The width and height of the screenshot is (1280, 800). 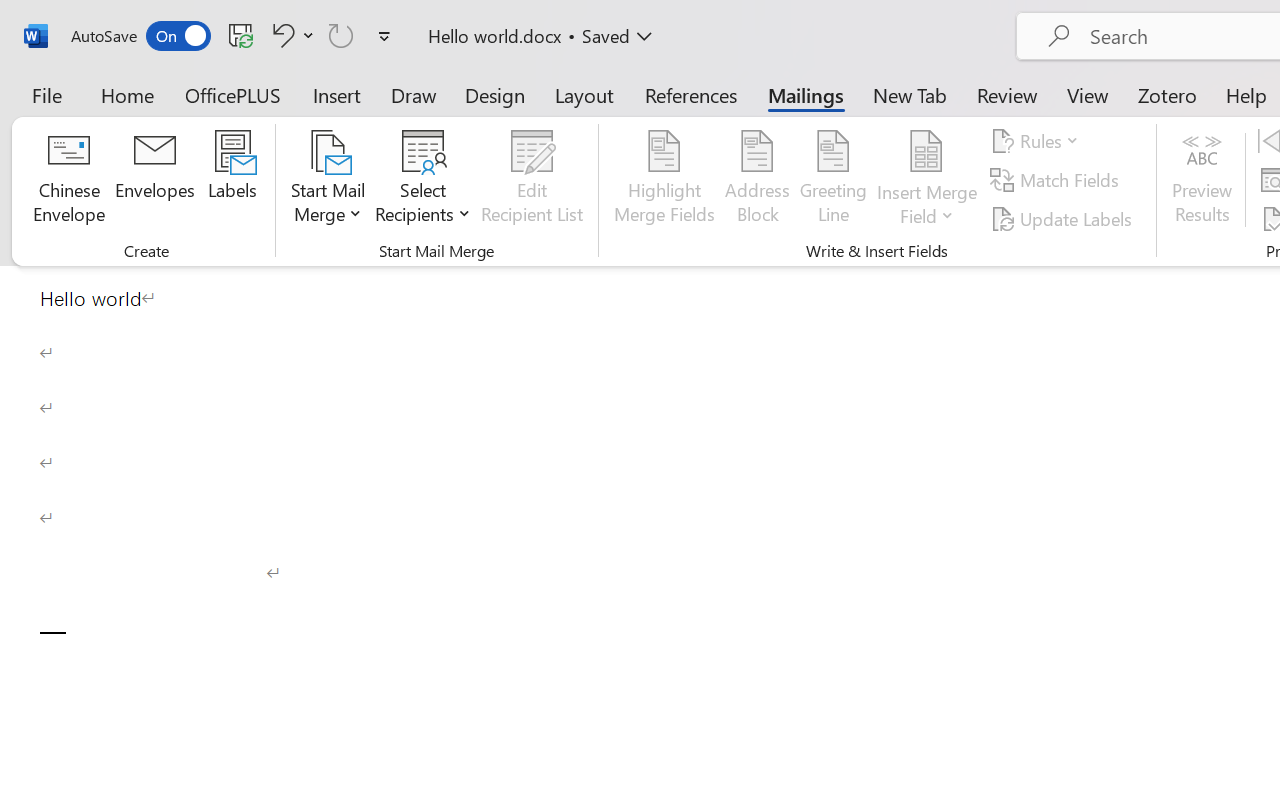 What do you see at coordinates (337, 94) in the screenshot?
I see `'Insert'` at bounding box center [337, 94].